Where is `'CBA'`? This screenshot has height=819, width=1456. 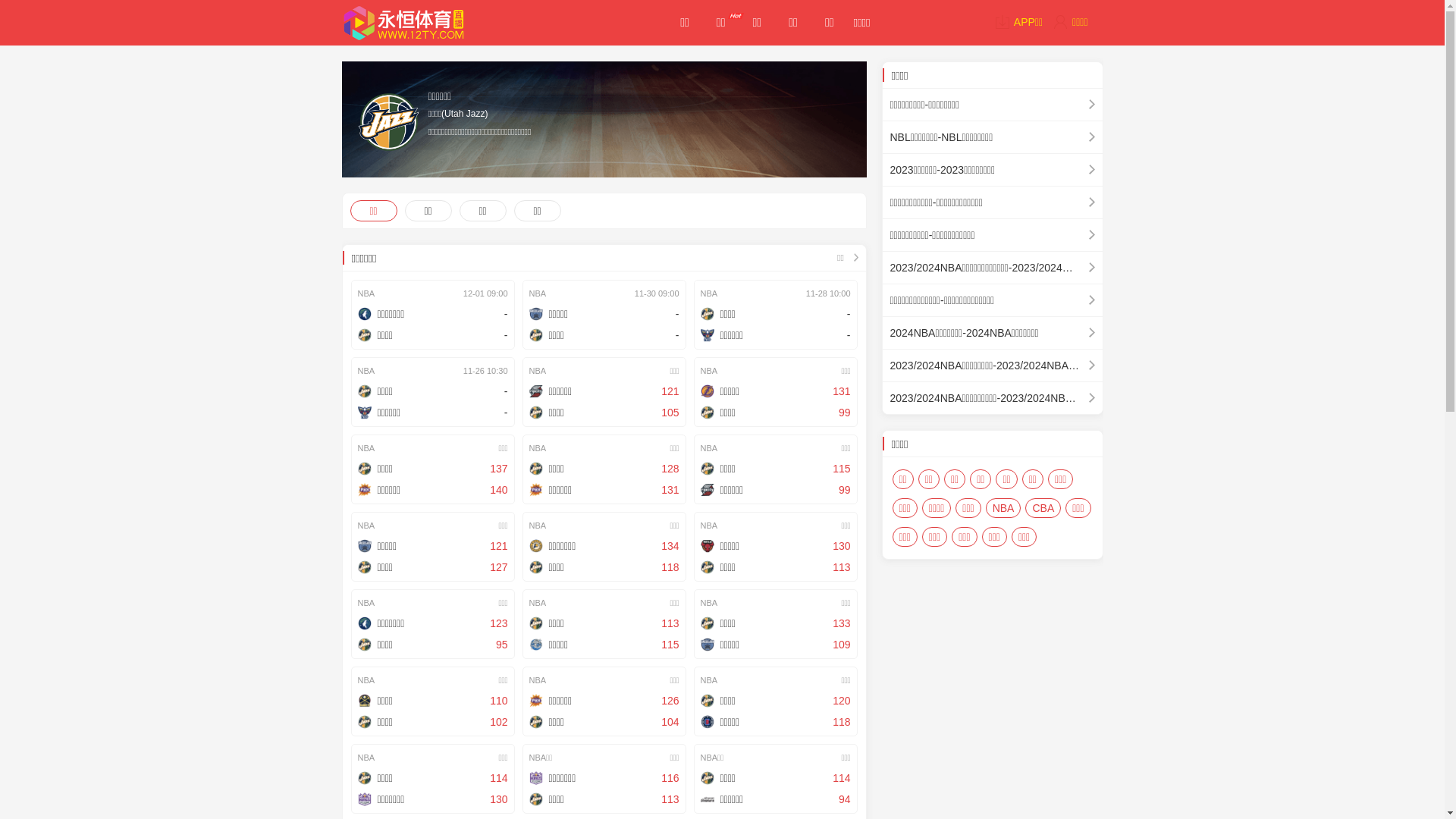
'CBA' is located at coordinates (1025, 508).